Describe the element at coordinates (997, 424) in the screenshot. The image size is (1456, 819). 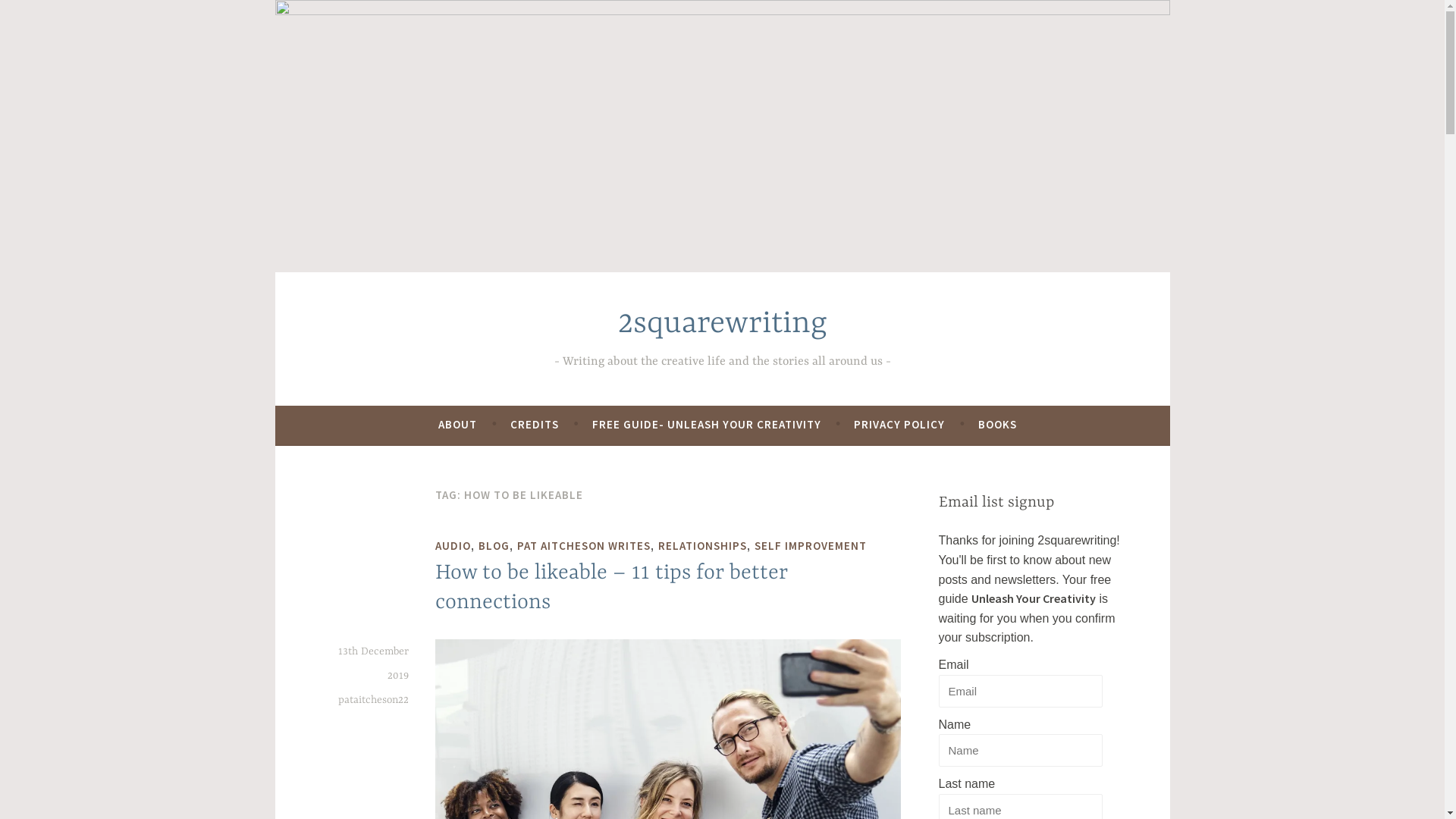
I see `'BOOKS'` at that location.